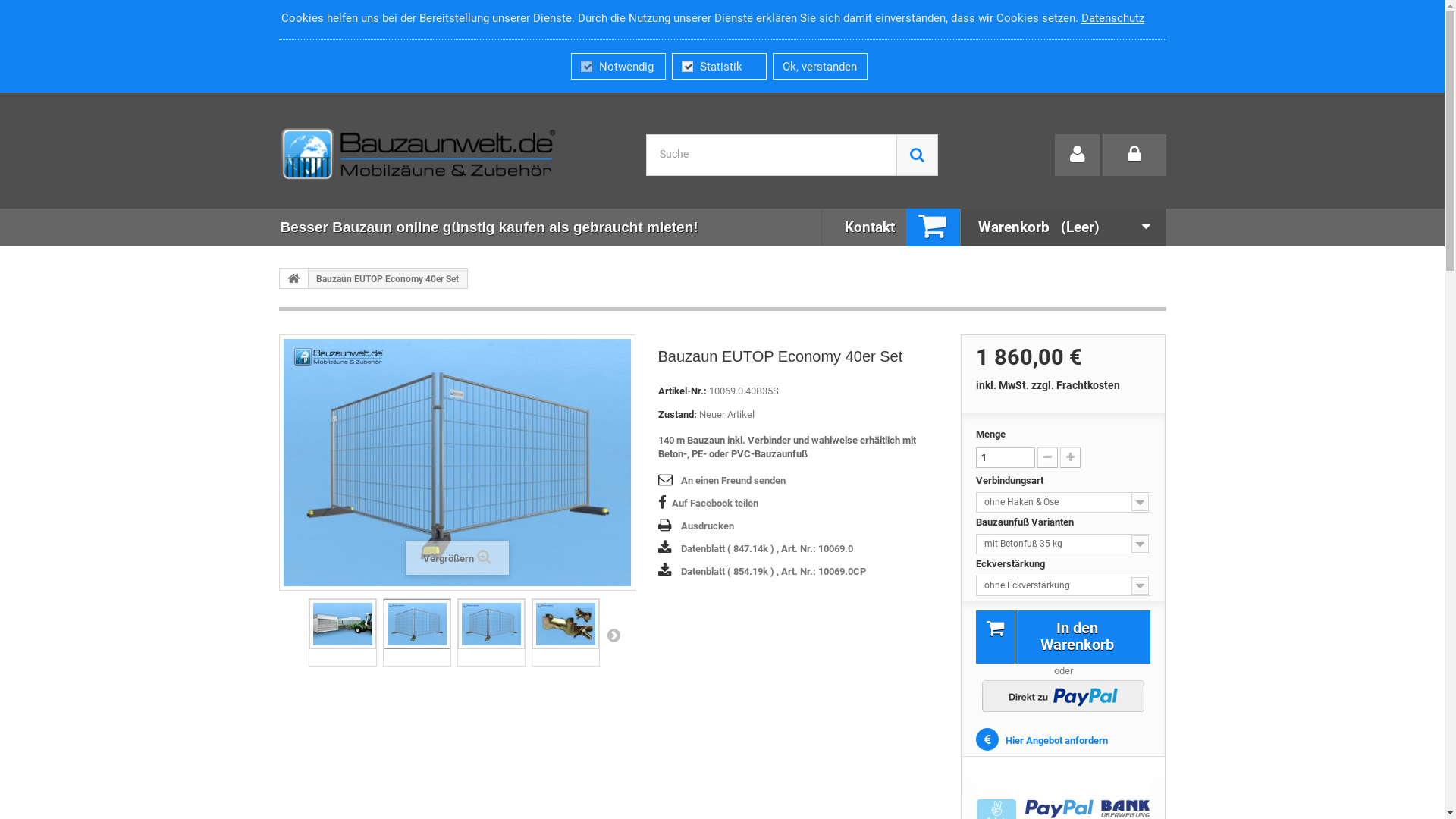 This screenshot has width=1456, height=819. What do you see at coordinates (1062, 637) in the screenshot?
I see `'In den Warenkorb'` at bounding box center [1062, 637].